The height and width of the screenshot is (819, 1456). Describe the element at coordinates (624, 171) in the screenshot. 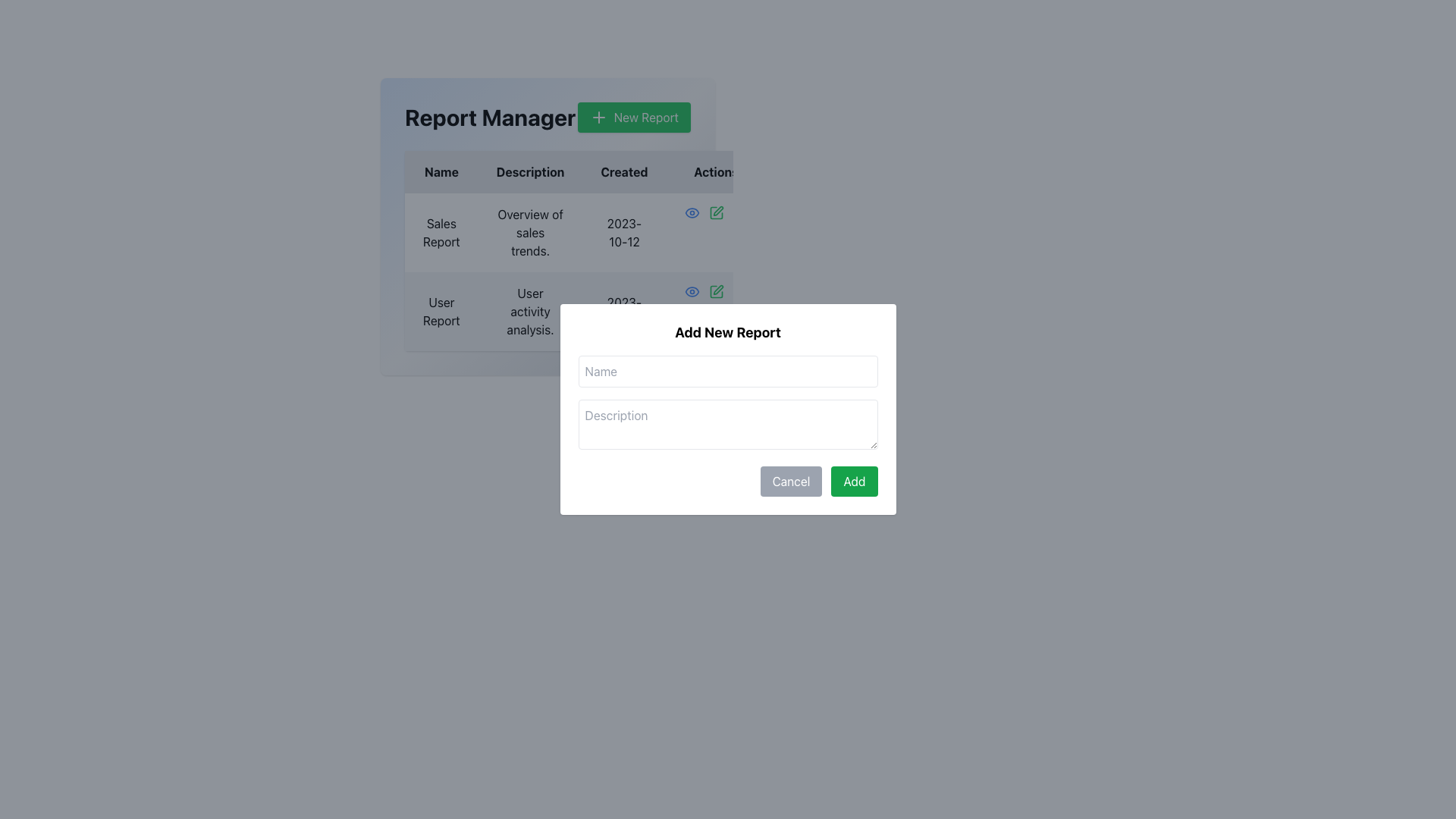

I see `the text label displaying 'Created' in bold black font, located in the third column of the table header between 'Description' and 'Actions'` at that location.